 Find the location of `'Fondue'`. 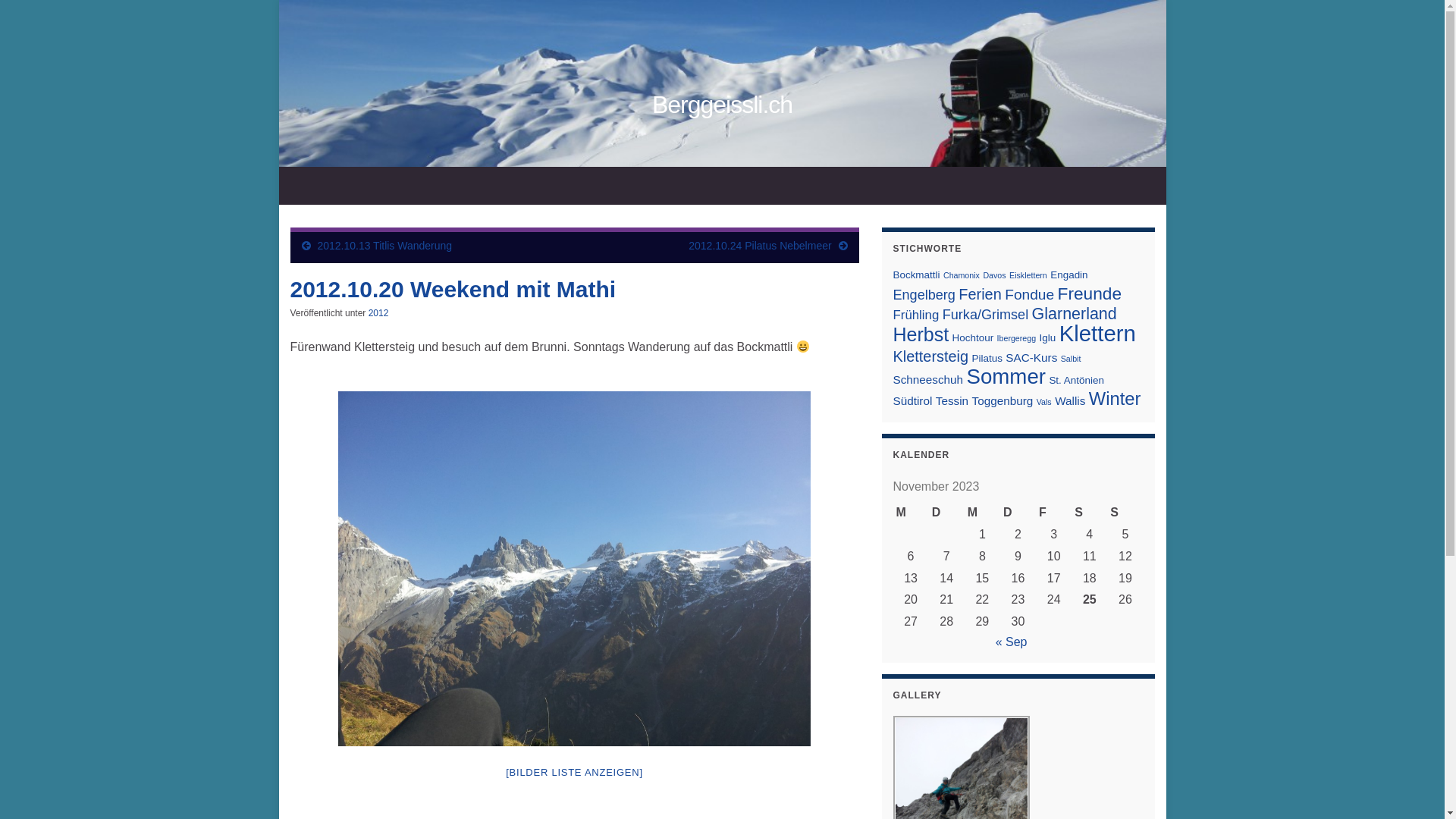

'Fondue' is located at coordinates (1029, 294).